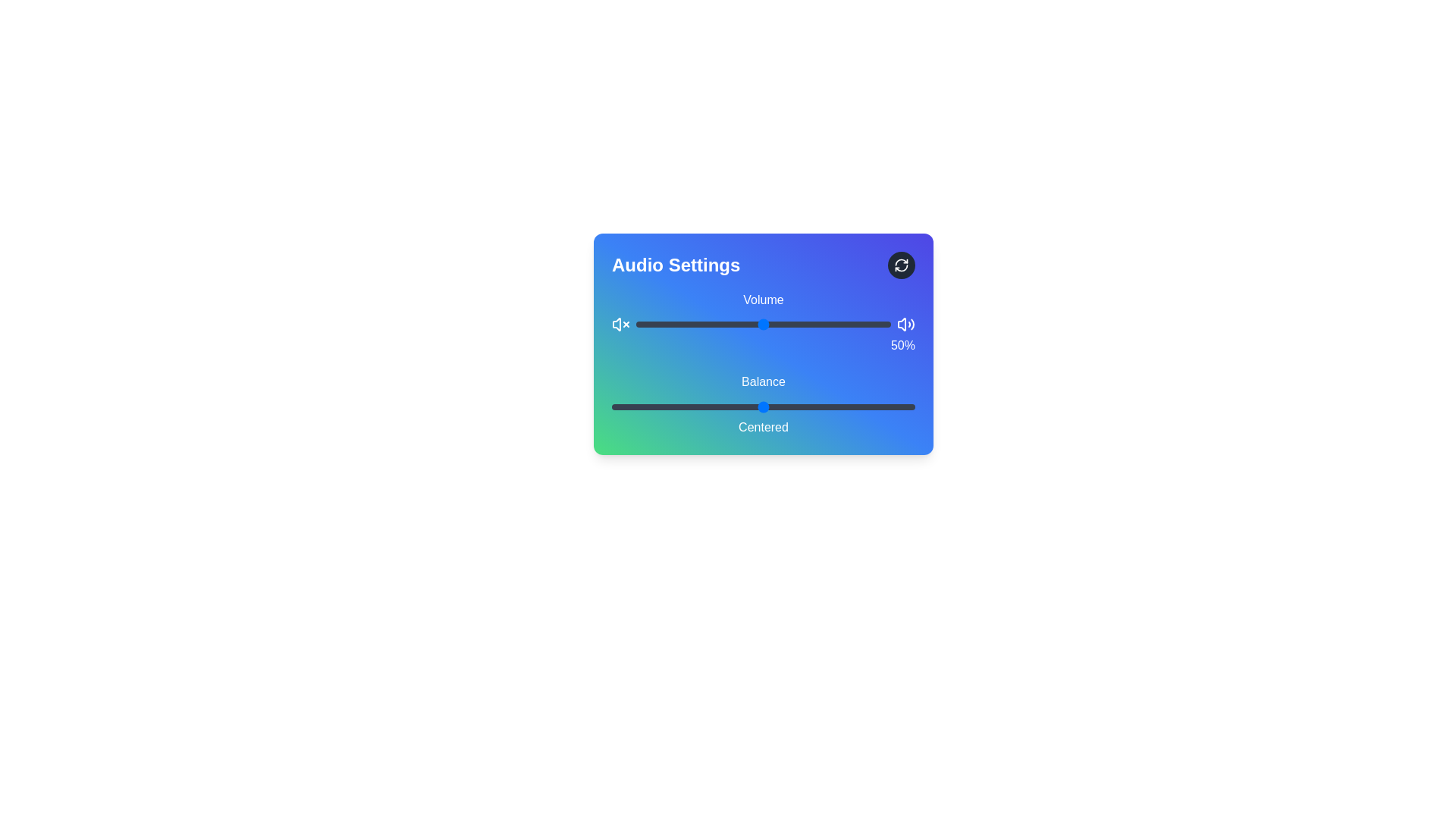 This screenshot has height=819, width=1456. Describe the element at coordinates (876, 406) in the screenshot. I see `the balance` at that location.